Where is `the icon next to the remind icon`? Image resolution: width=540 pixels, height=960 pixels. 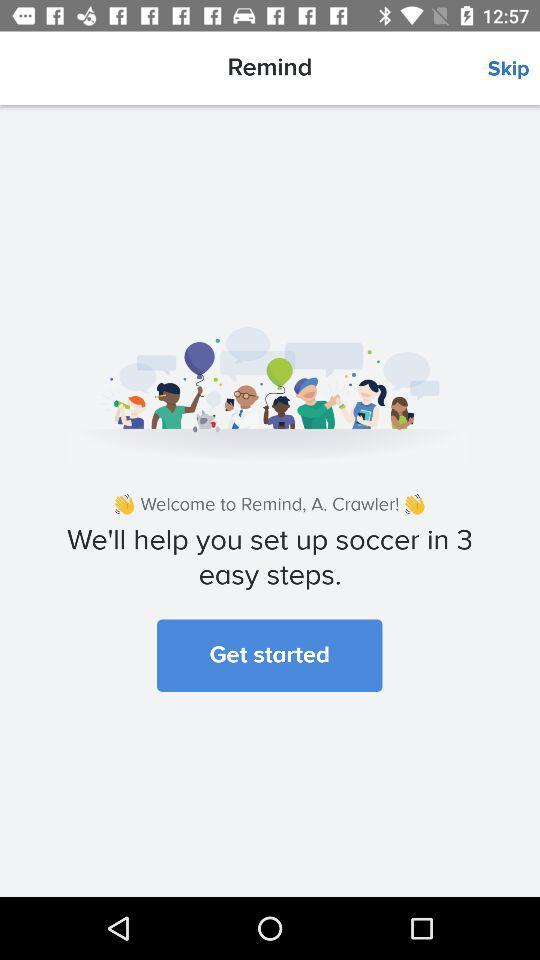 the icon next to the remind icon is located at coordinates (513, 69).